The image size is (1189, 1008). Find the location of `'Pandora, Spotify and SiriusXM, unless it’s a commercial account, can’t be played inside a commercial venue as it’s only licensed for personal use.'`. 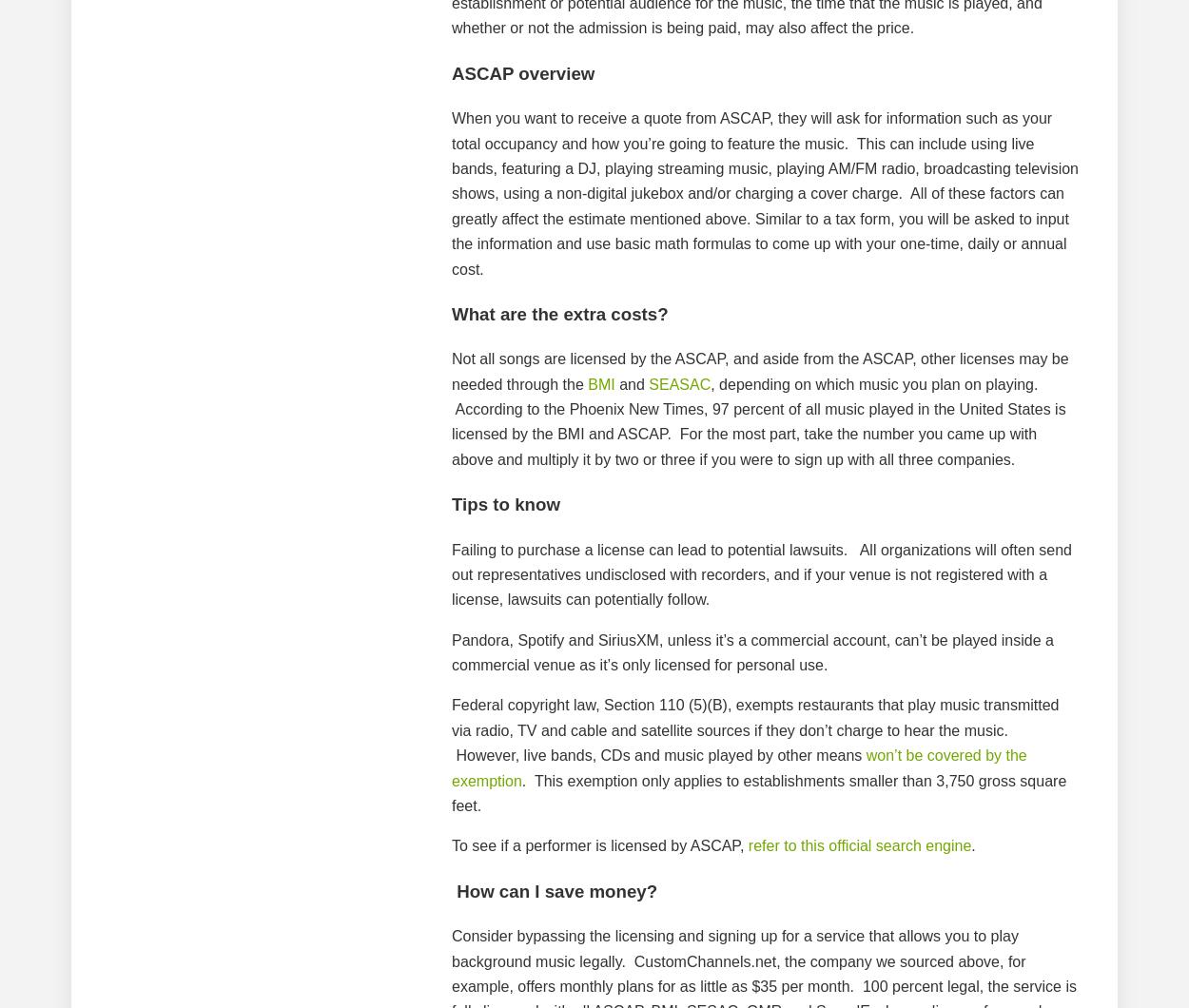

'Pandora, Spotify and SiriusXM, unless it’s a commercial account, can’t be played inside a commercial venue as it’s only licensed for personal use.' is located at coordinates (752, 651).